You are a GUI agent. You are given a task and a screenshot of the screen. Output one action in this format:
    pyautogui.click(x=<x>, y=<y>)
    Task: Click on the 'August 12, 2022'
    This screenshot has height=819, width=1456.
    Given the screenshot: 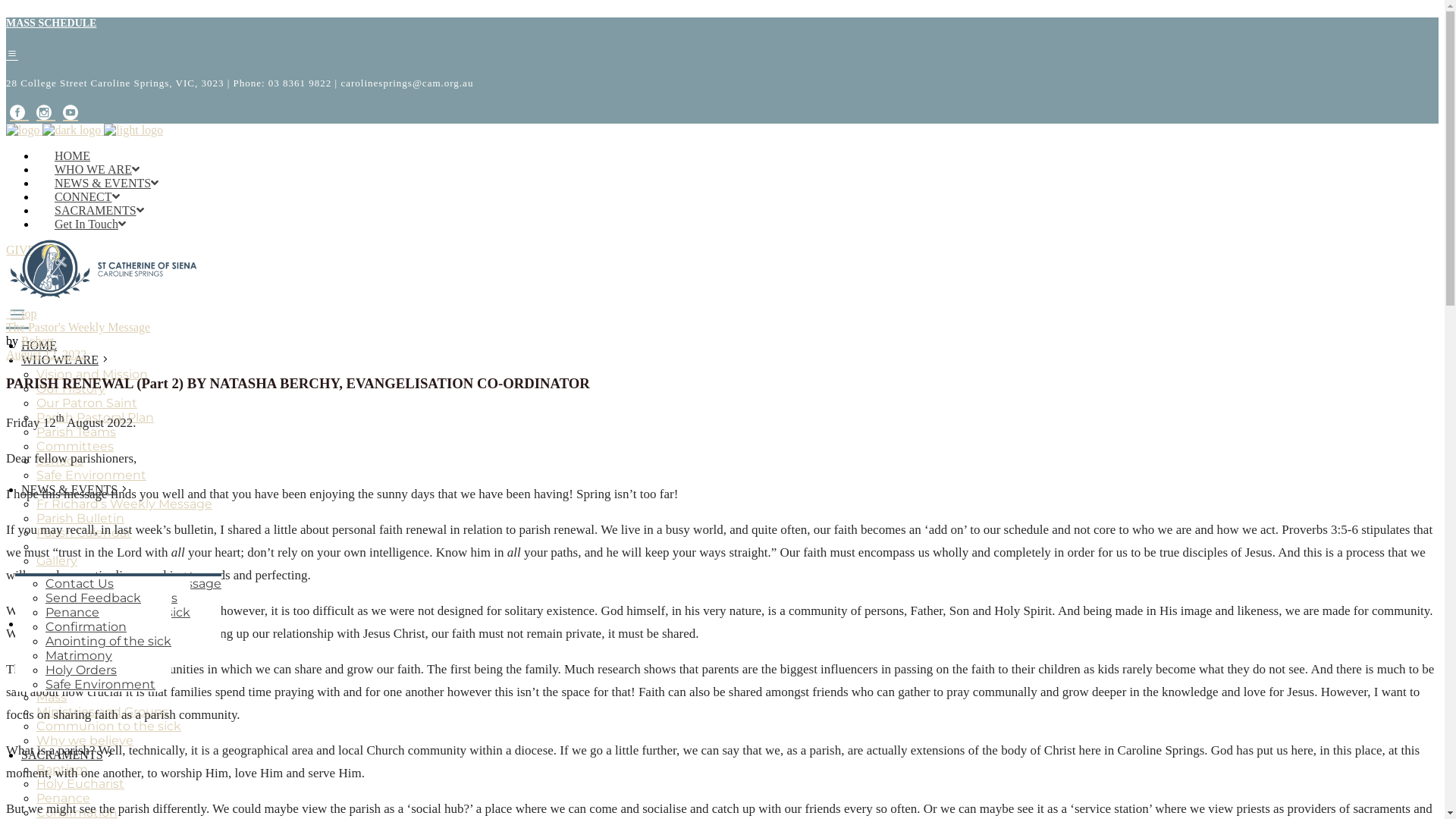 What is the action you would take?
    pyautogui.click(x=46, y=354)
    